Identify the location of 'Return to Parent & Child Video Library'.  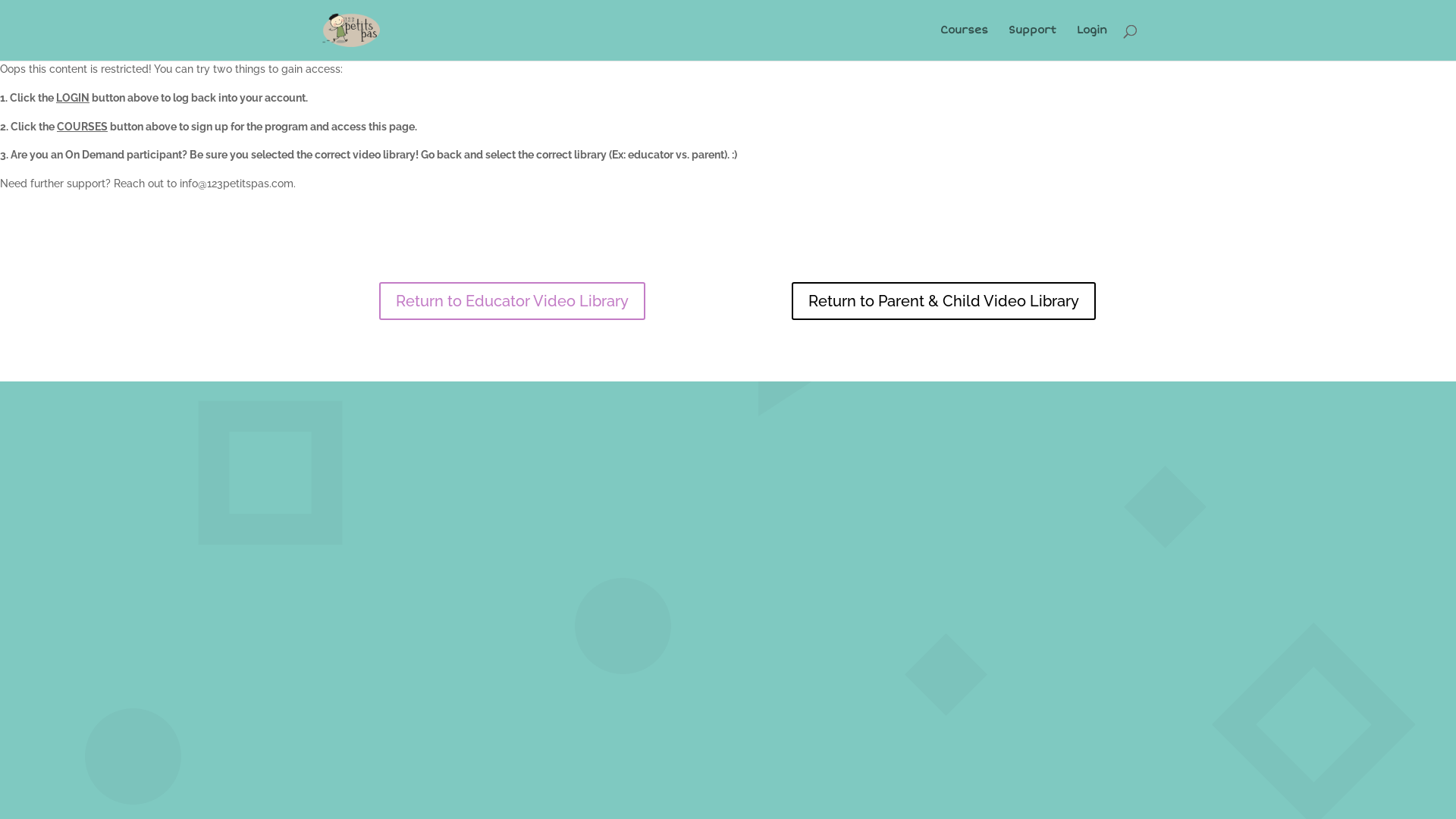
(943, 301).